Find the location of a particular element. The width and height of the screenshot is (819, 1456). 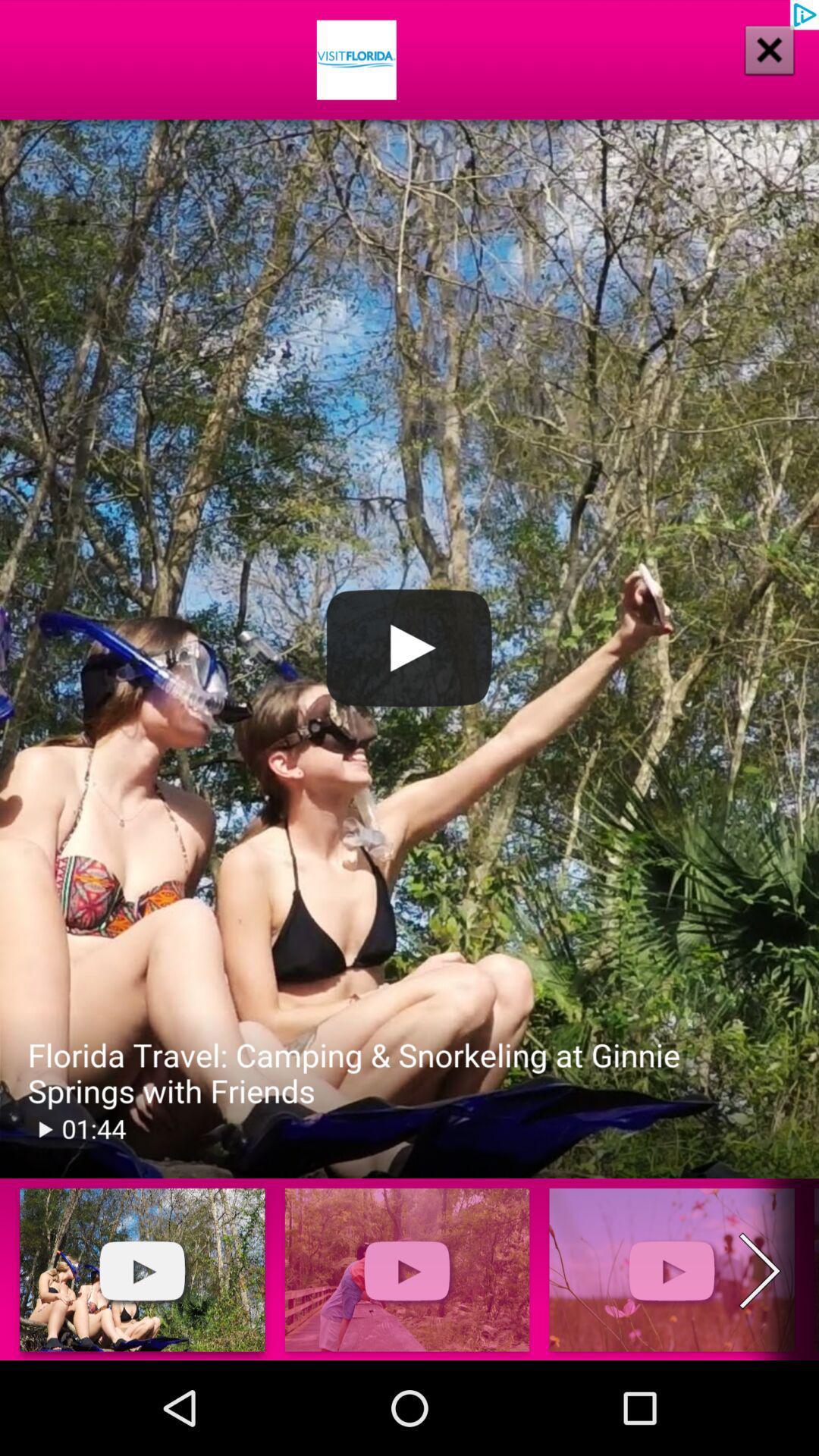

the close icon is located at coordinates (769, 53).